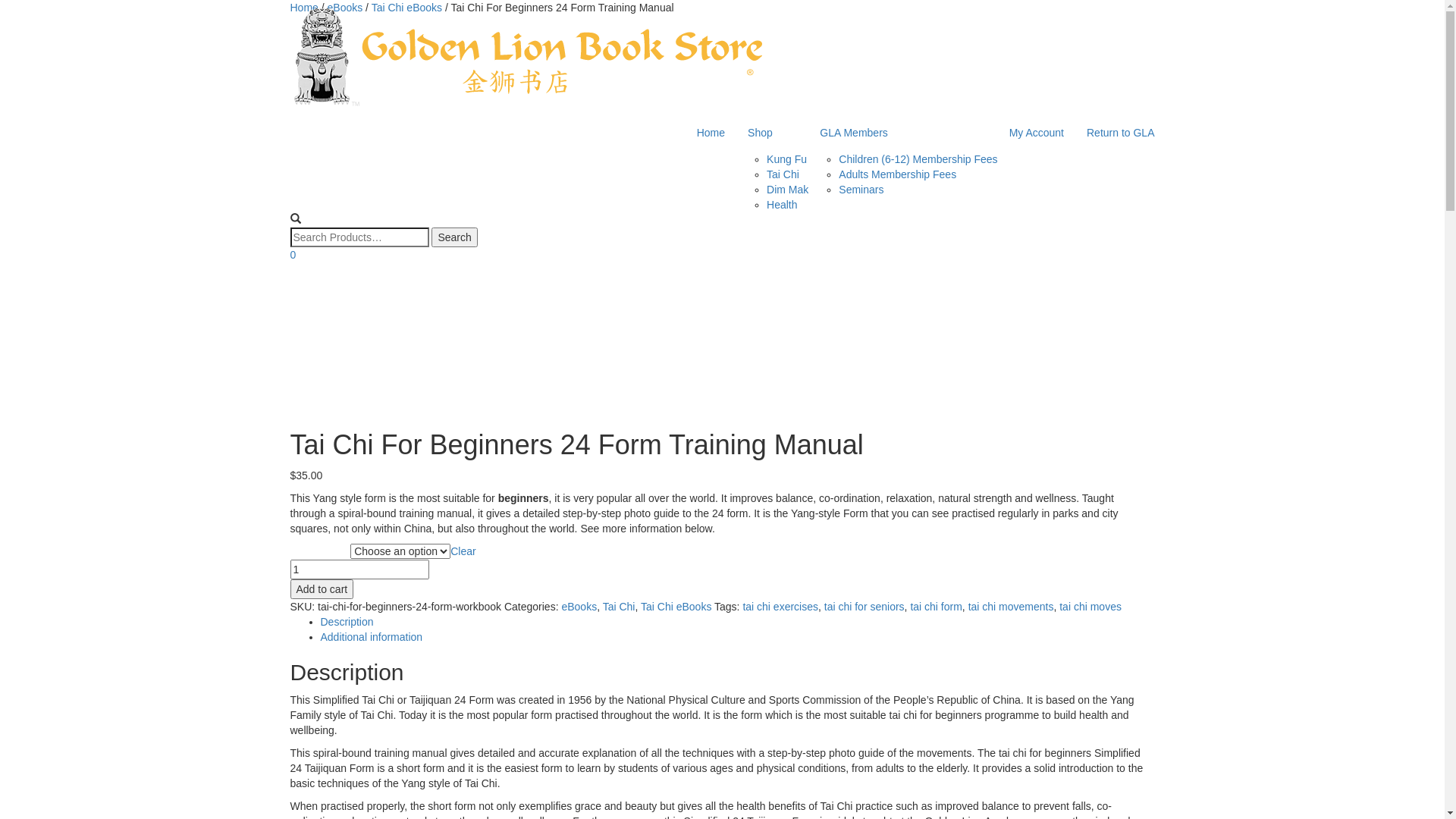 The image size is (1456, 819). What do you see at coordinates (453, 237) in the screenshot?
I see `'Search'` at bounding box center [453, 237].